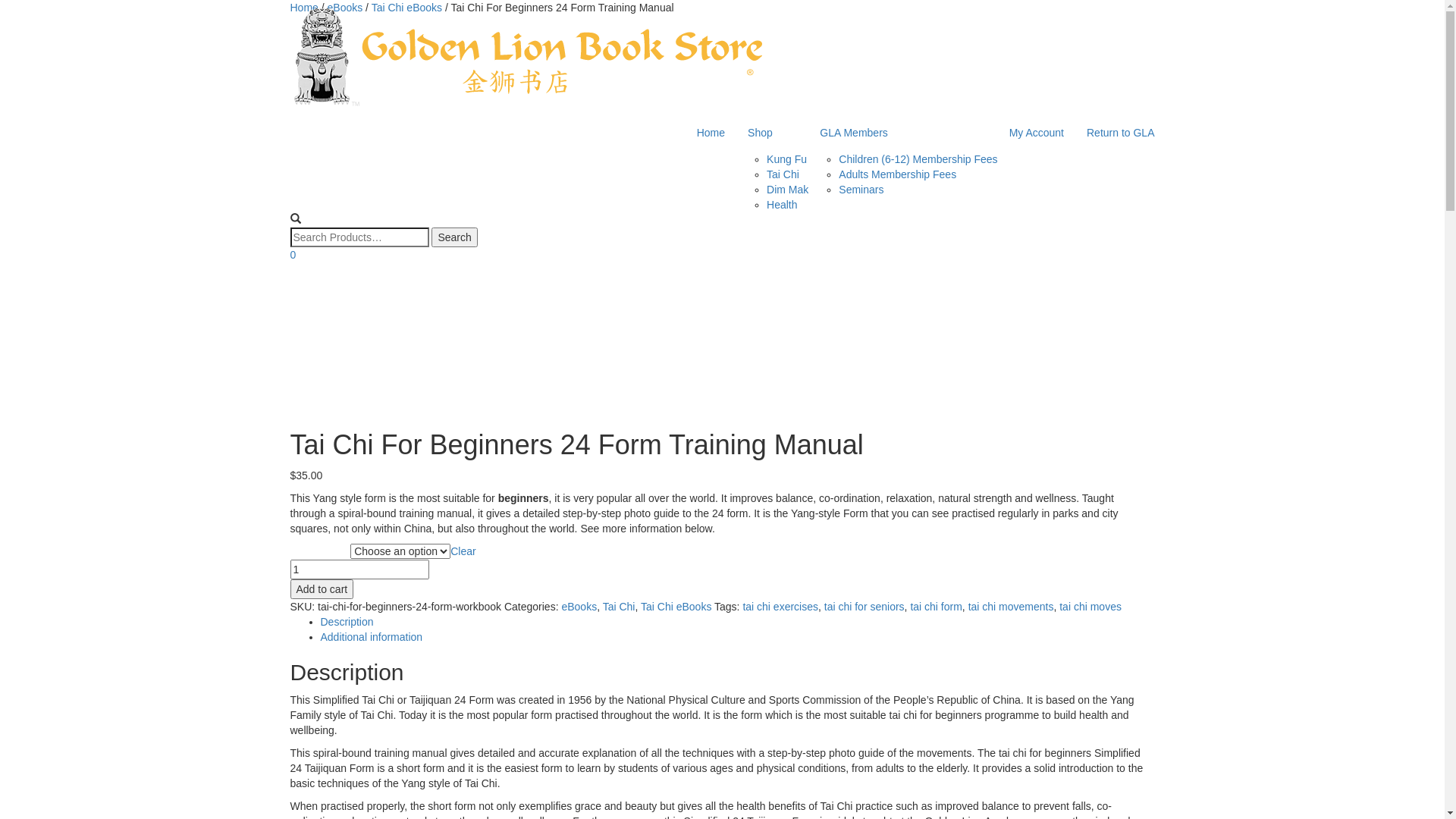 The image size is (1456, 819). What do you see at coordinates (453, 237) in the screenshot?
I see `'Search'` at bounding box center [453, 237].